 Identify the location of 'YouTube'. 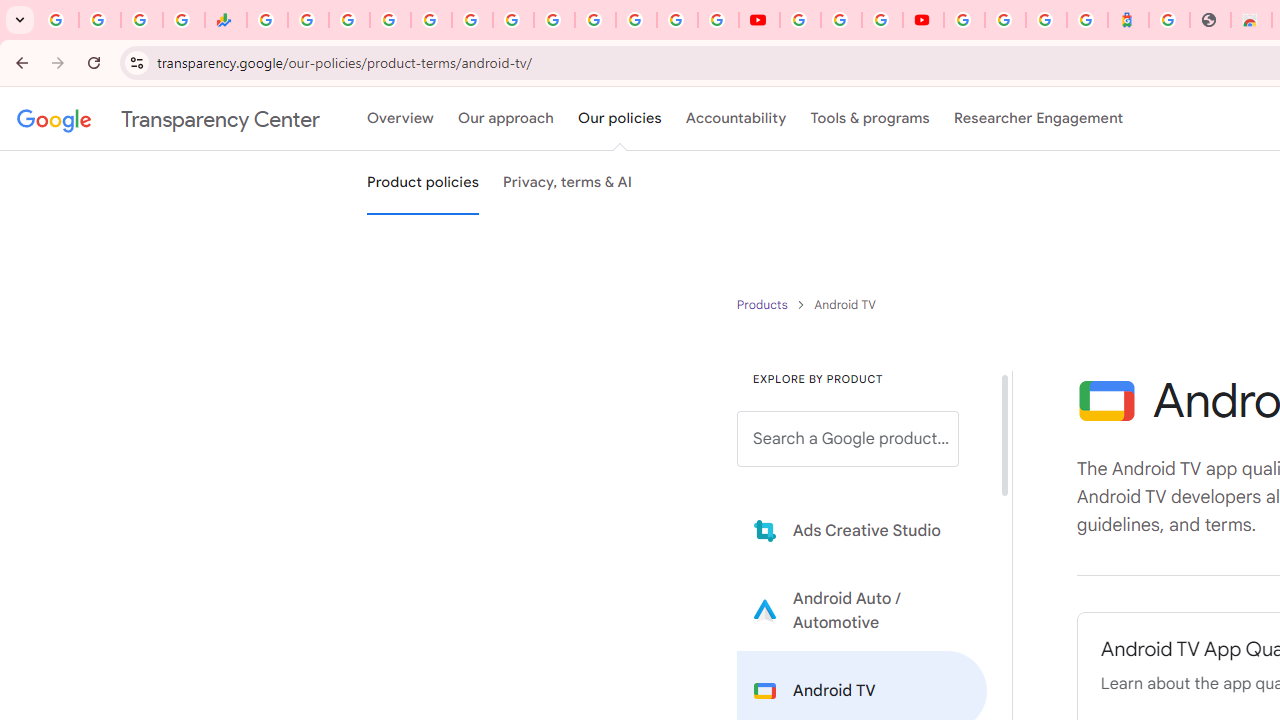
(758, 20).